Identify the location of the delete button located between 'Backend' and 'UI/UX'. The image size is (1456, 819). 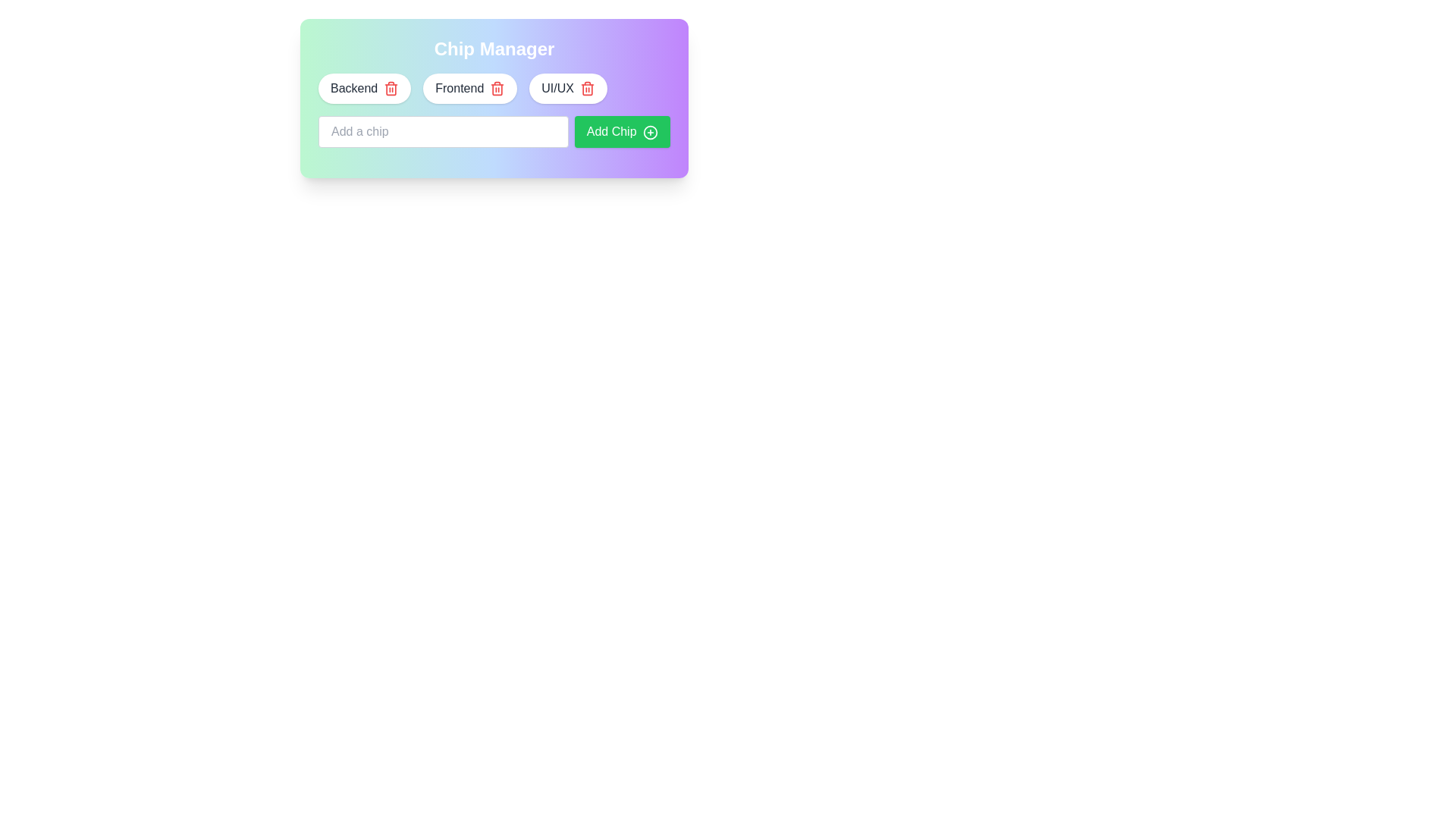
(494, 99).